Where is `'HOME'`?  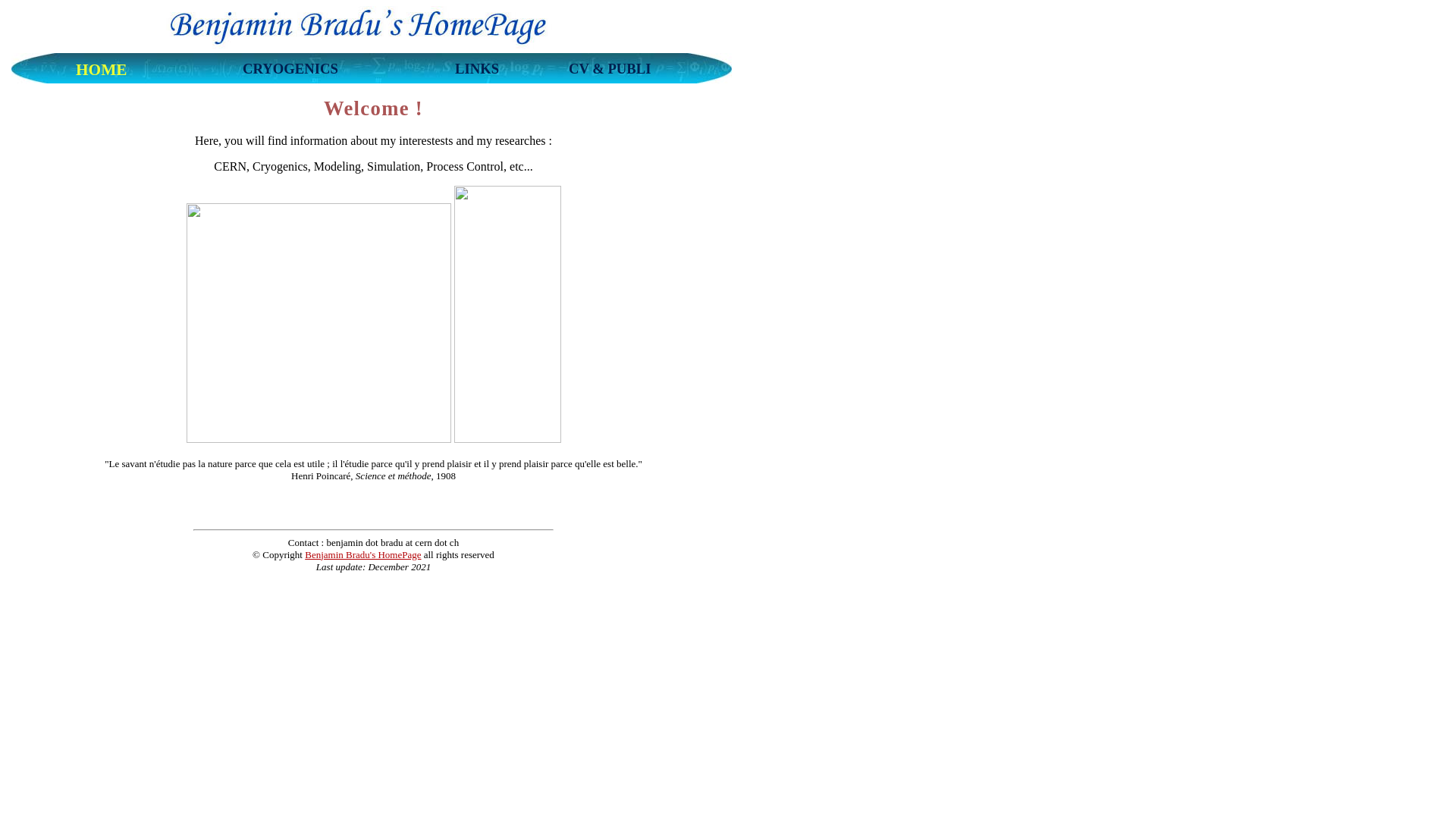
'HOME' is located at coordinates (101, 72).